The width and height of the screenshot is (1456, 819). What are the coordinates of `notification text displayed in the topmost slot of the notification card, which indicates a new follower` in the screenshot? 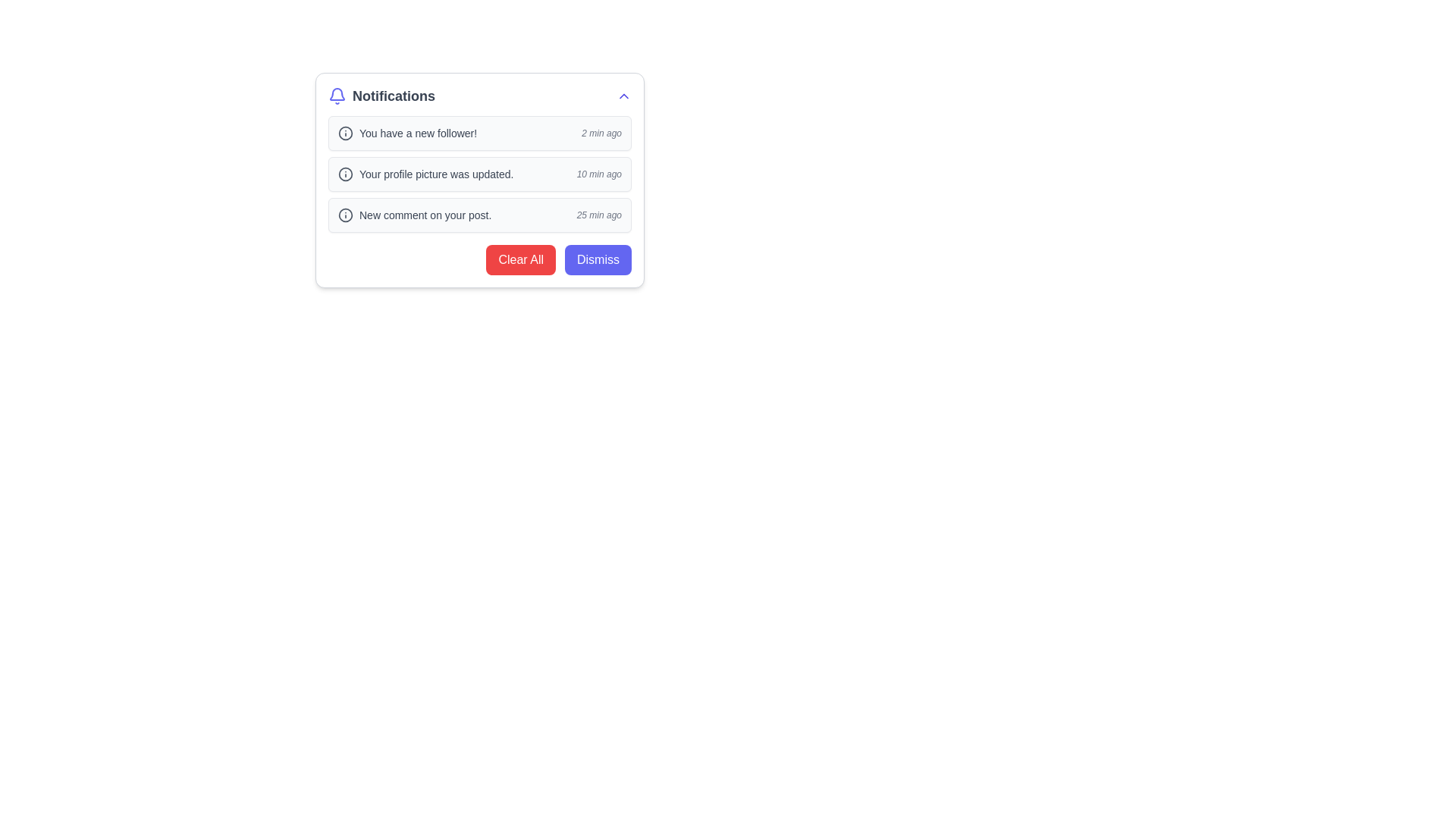 It's located at (418, 133).